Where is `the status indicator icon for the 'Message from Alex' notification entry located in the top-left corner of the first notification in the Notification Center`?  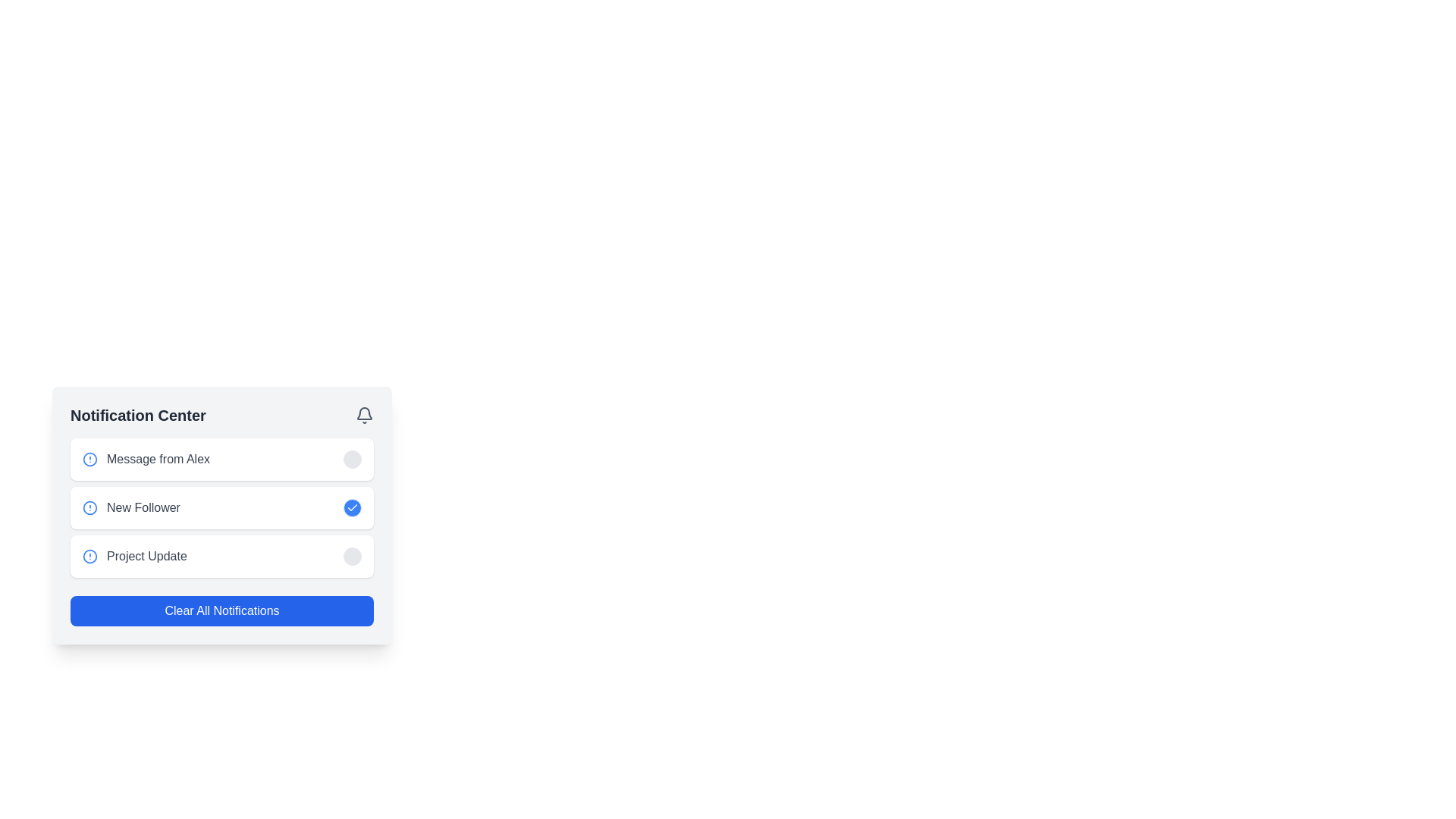 the status indicator icon for the 'Message from Alex' notification entry located in the top-left corner of the first notification in the Notification Center is located at coordinates (89, 458).